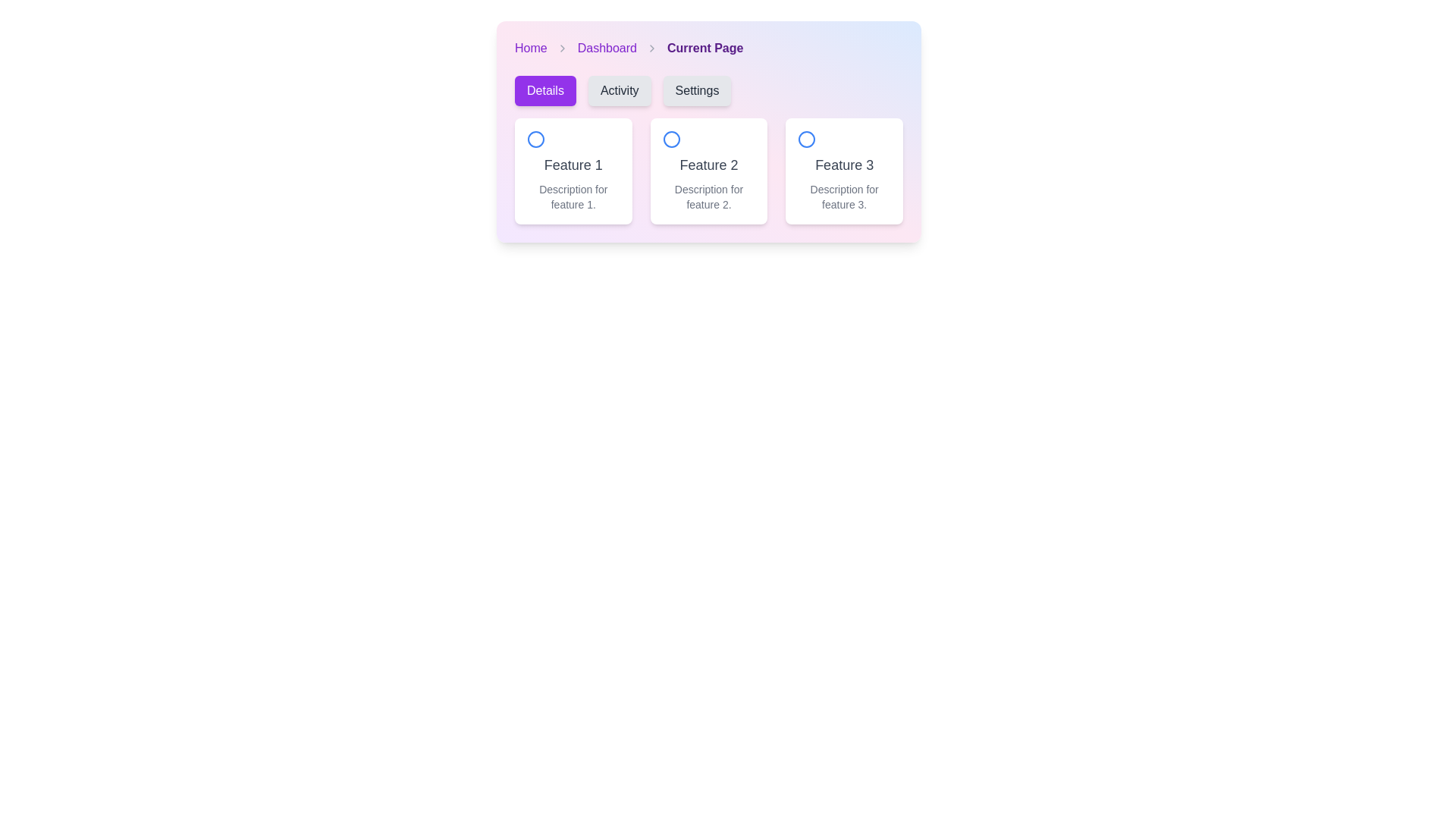 This screenshot has height=819, width=1456. What do you see at coordinates (806, 140) in the screenshot?
I see `the small blue circular icon with a hollow center located centrally within the third card labeled 'Feature 3'` at bounding box center [806, 140].